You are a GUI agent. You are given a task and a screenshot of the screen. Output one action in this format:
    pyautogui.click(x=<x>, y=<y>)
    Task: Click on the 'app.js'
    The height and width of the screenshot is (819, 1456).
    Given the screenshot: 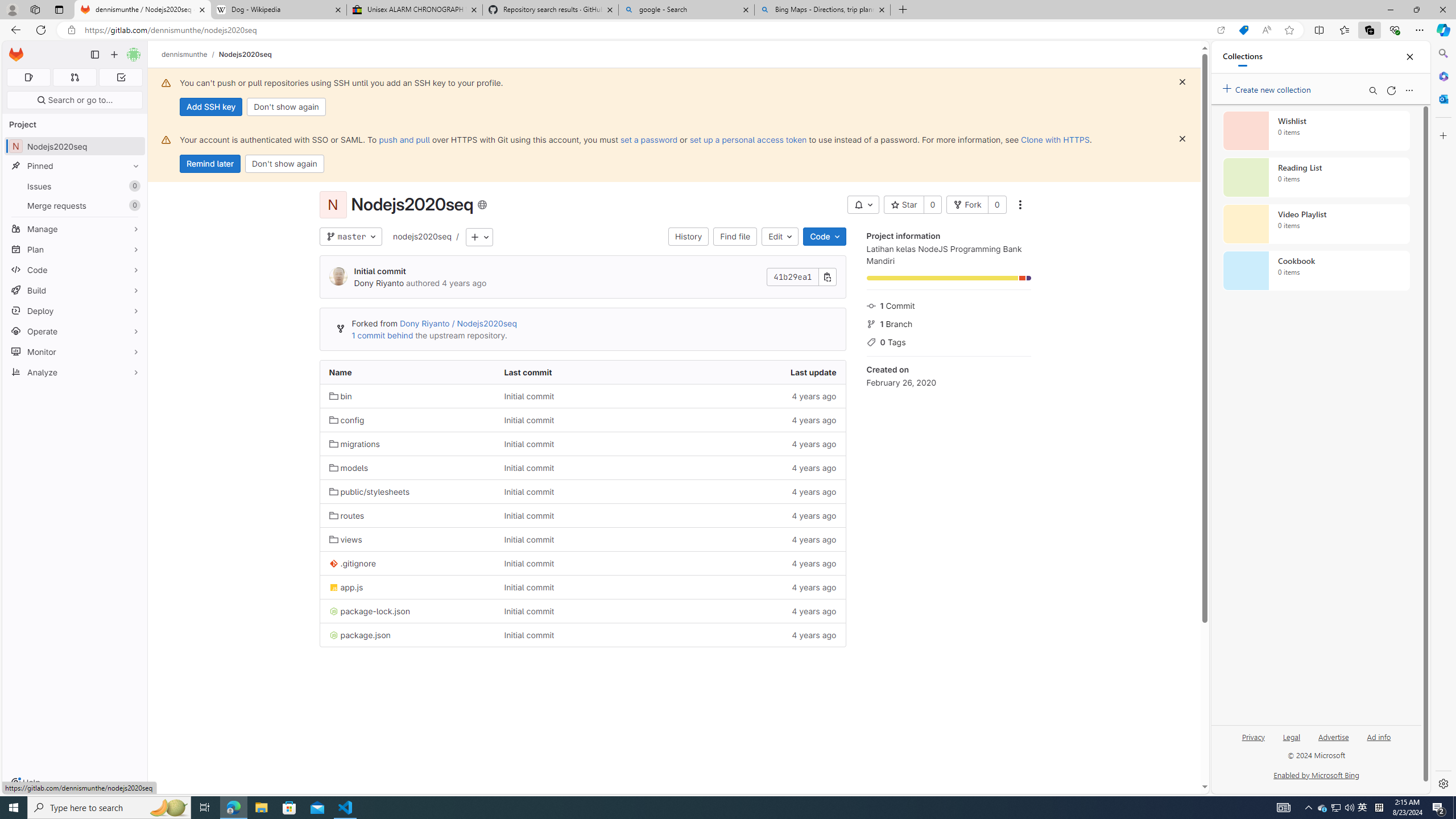 What is the action you would take?
    pyautogui.click(x=407, y=586)
    